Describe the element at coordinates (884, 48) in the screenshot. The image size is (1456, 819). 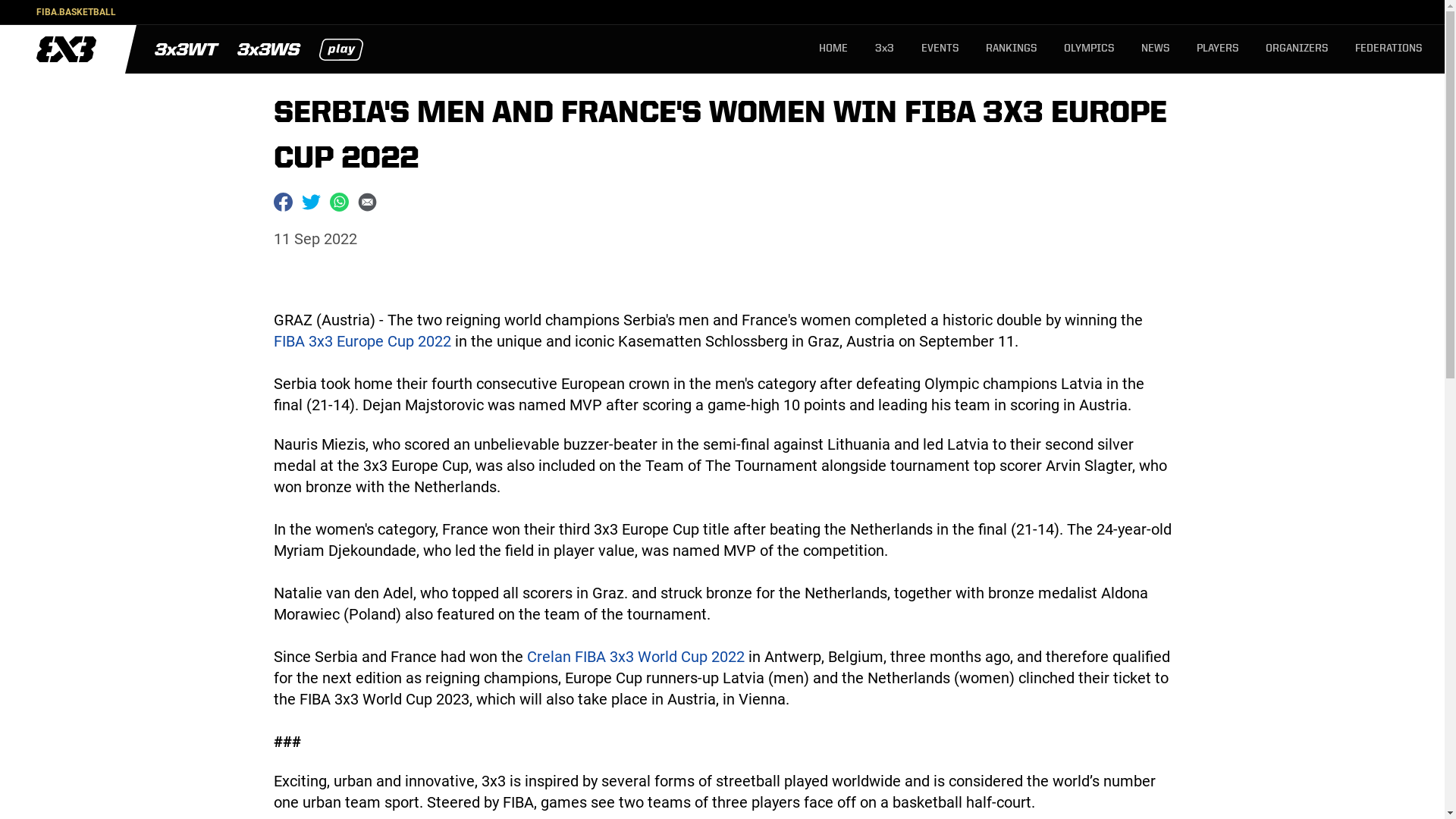
I see `'3x3'` at that location.